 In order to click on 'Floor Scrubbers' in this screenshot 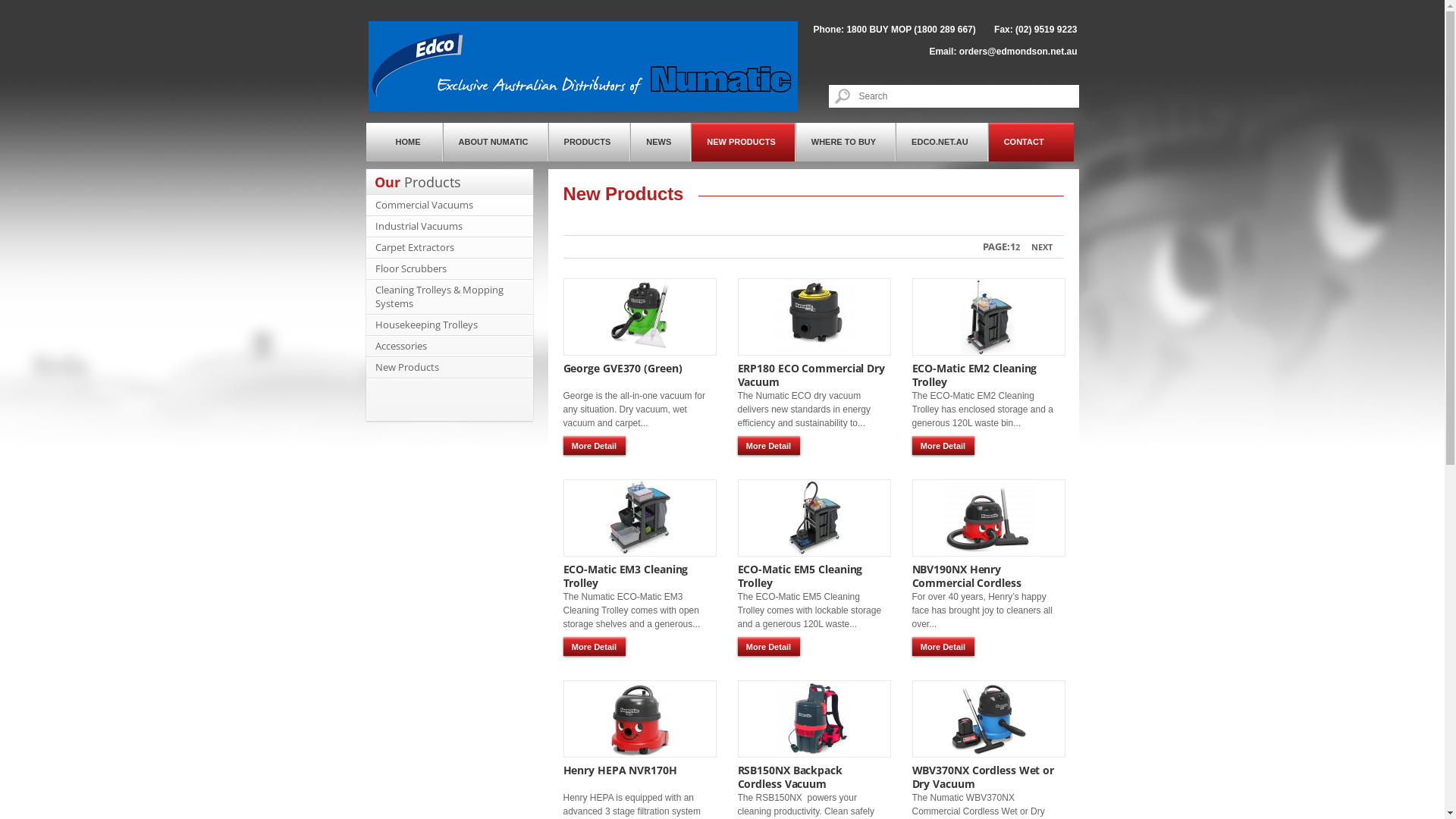, I will do `click(410, 268)`.